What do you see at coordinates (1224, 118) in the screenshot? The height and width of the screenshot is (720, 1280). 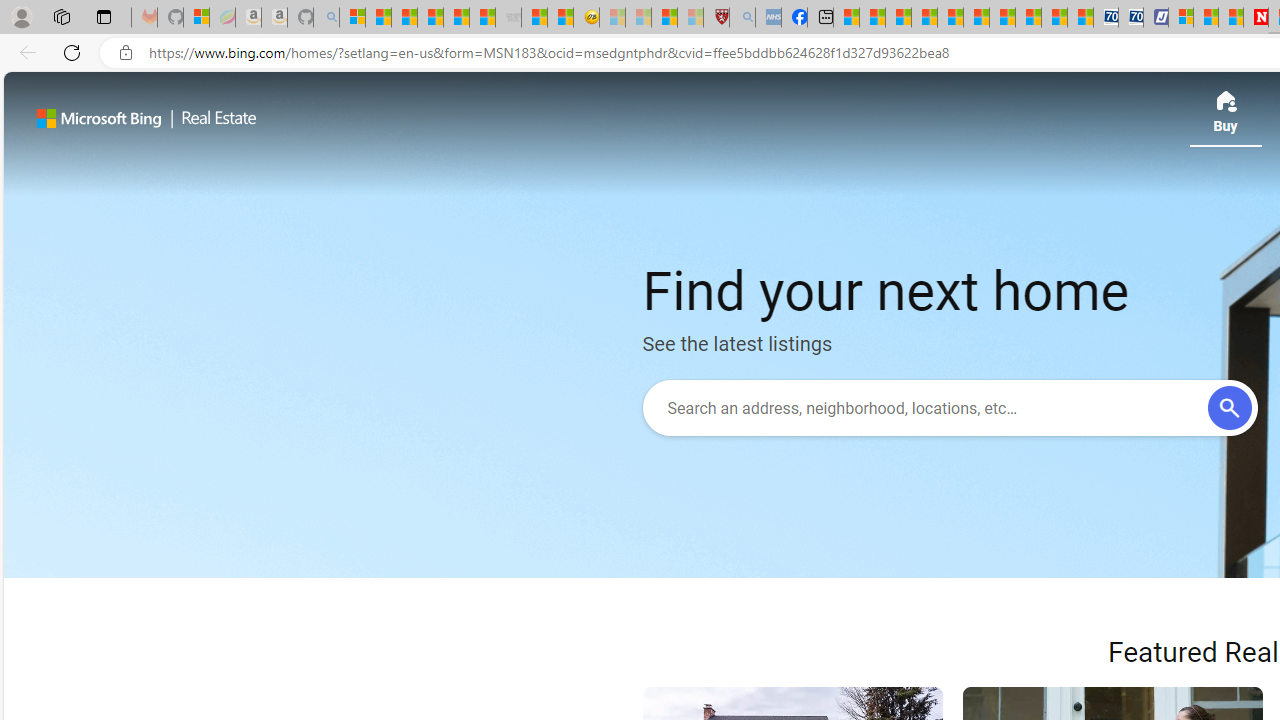 I see `'Buy'` at bounding box center [1224, 118].